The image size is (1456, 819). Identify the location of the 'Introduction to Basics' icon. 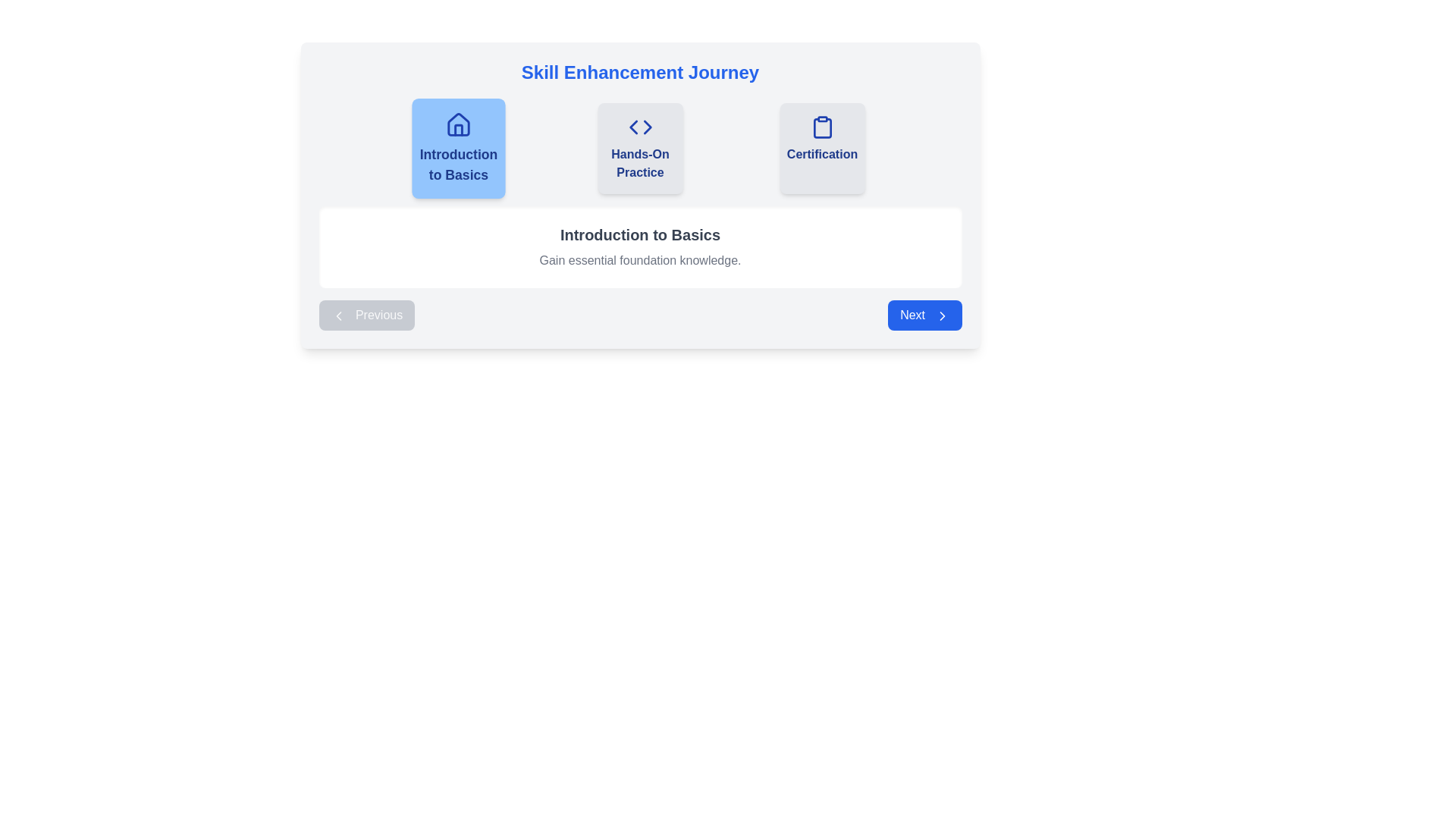
(457, 124).